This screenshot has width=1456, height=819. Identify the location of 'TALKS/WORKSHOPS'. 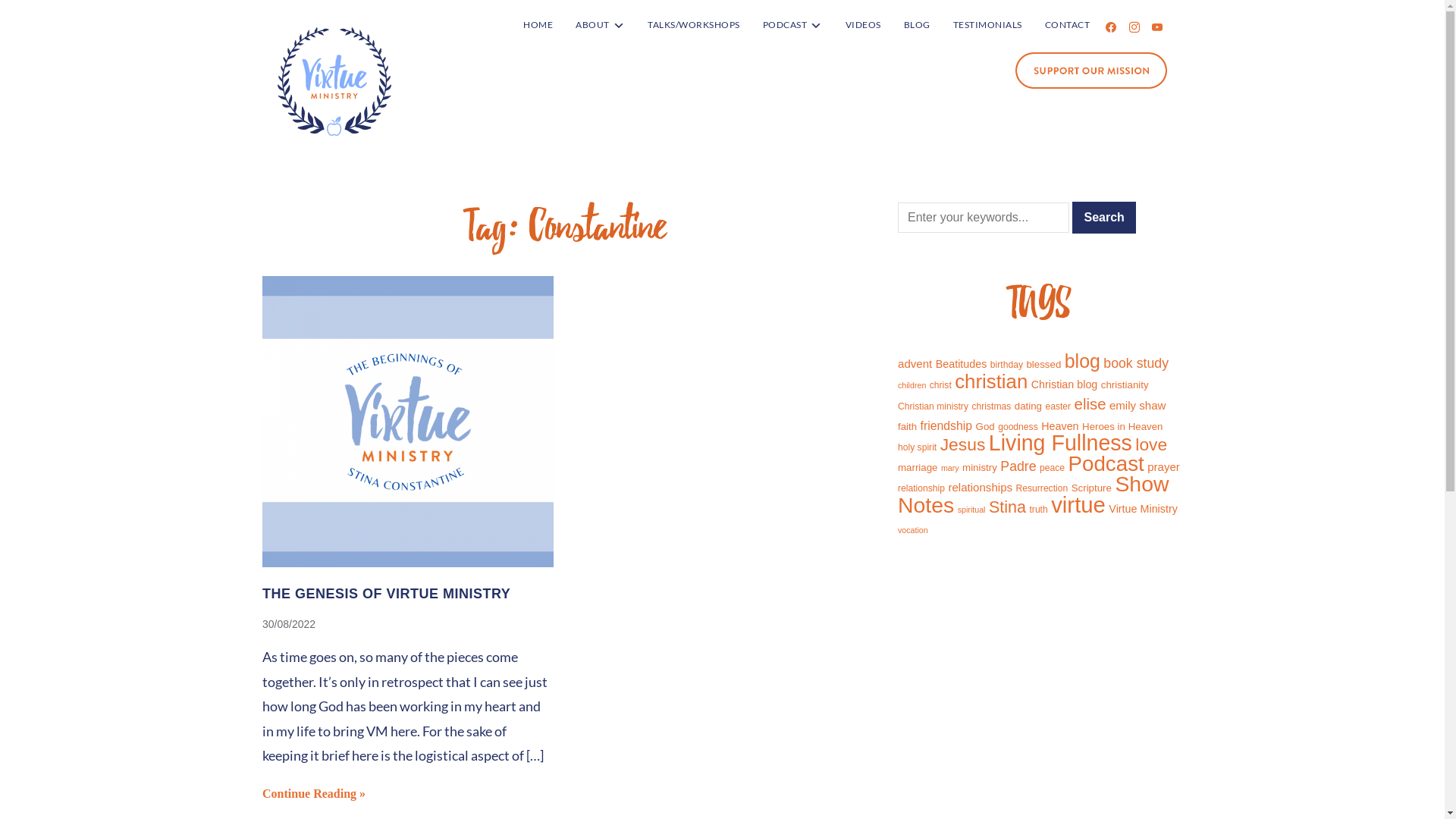
(693, 25).